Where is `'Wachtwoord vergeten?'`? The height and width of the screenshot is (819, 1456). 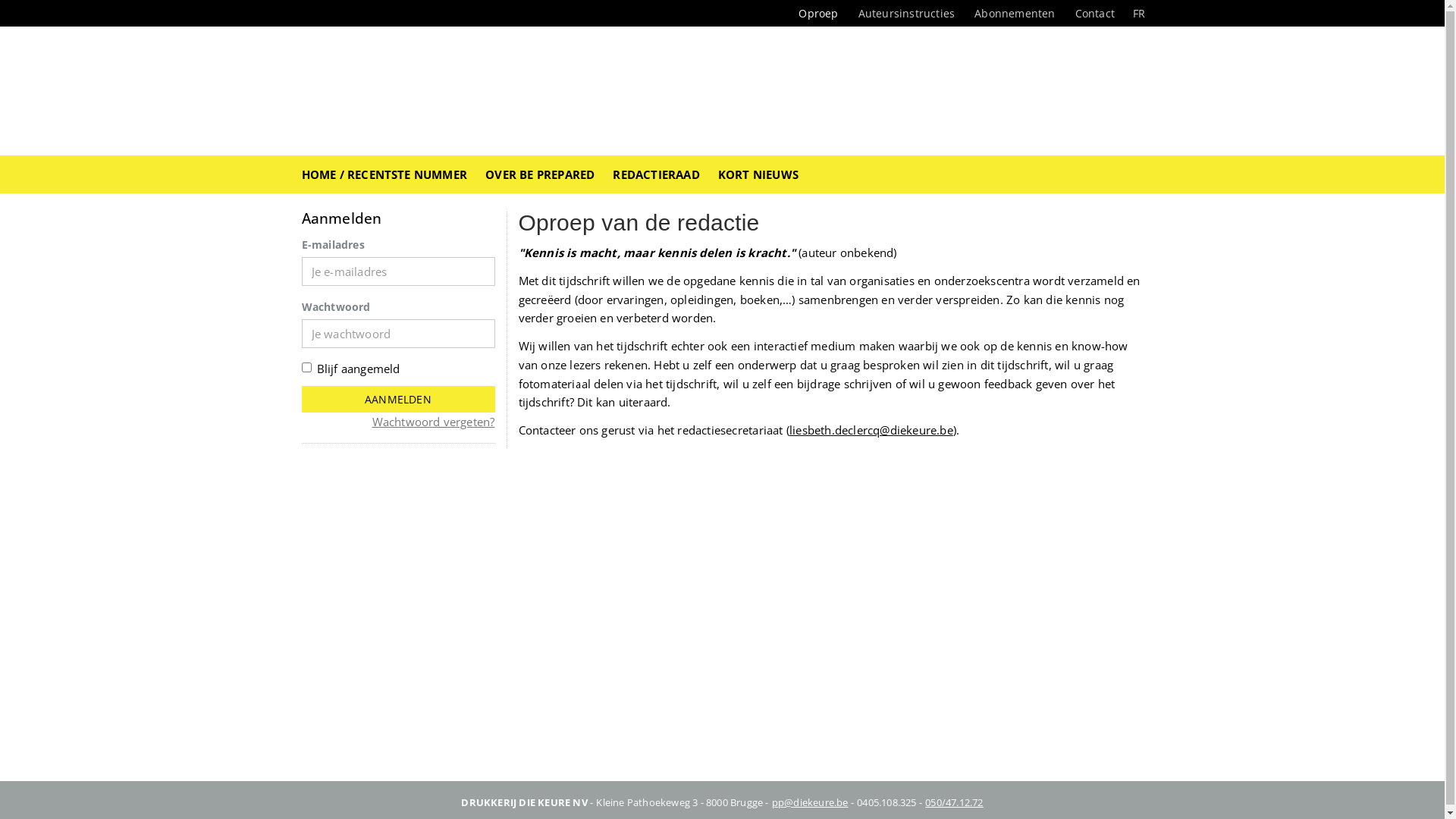 'Wachtwoord vergeten?' is located at coordinates (432, 421).